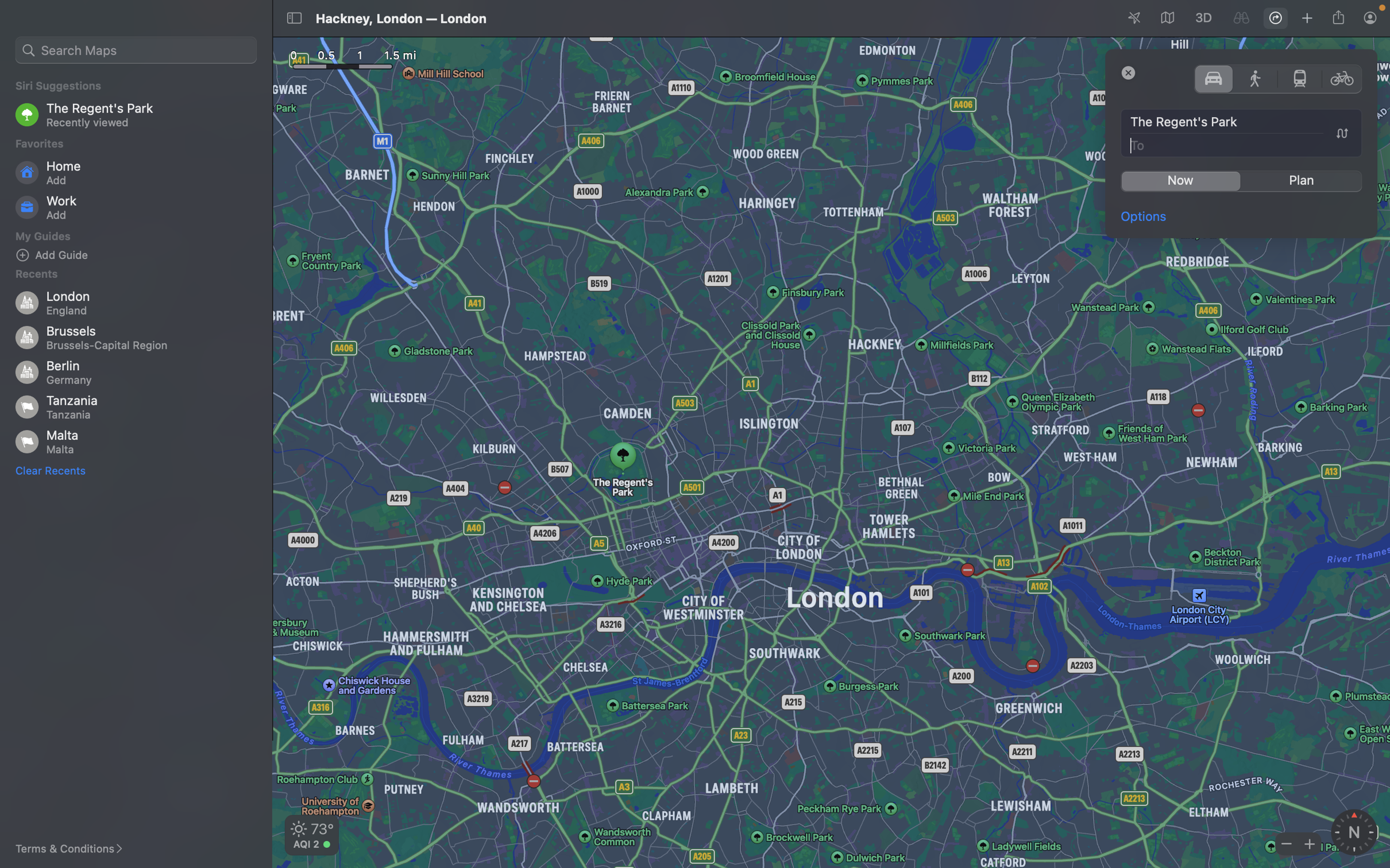 This screenshot has height=868, width=1390. Describe the element at coordinates (1180, 181) in the screenshot. I see `the navigation operations by pressing the "go now" button` at that location.